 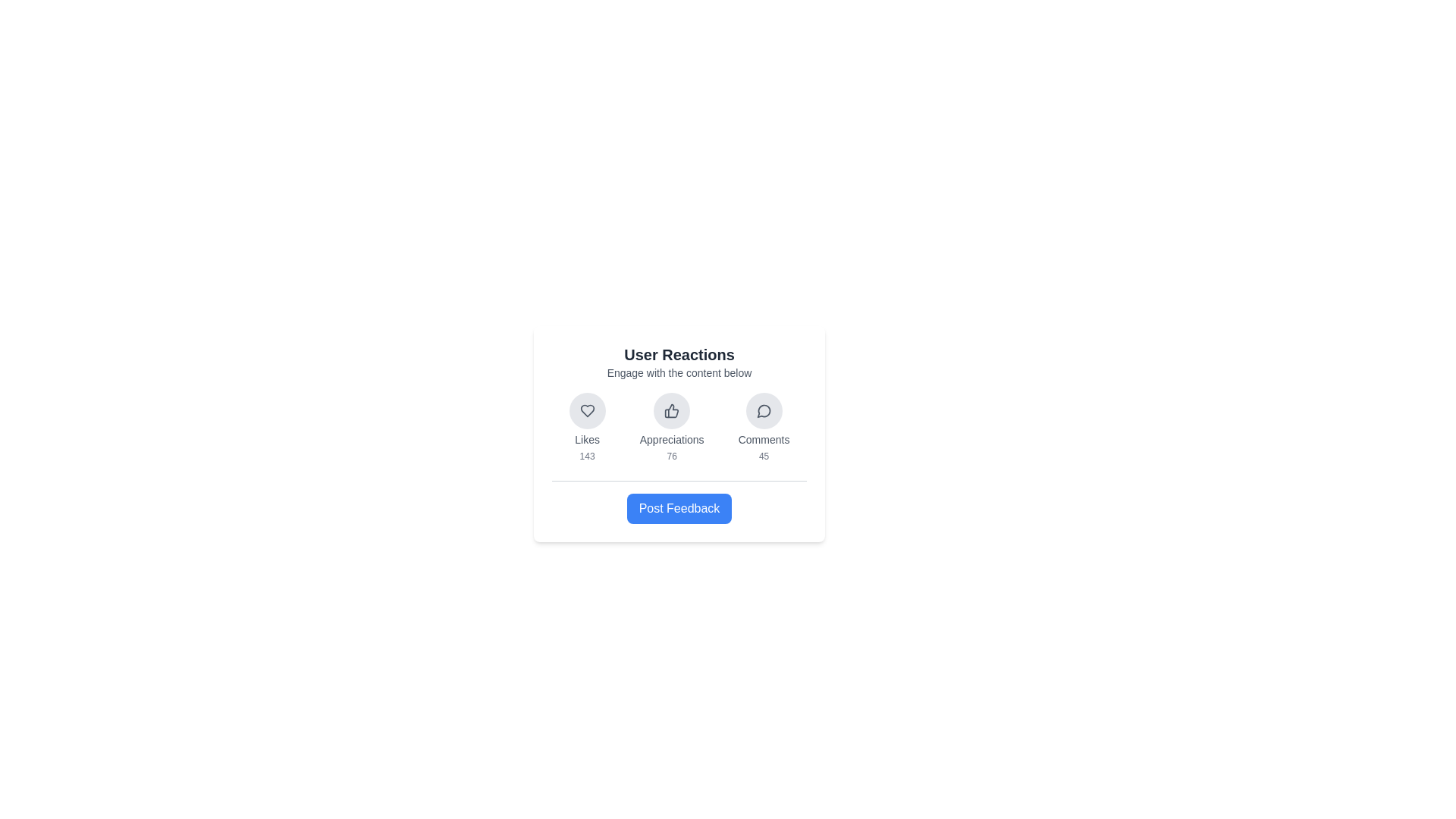 I want to click on the thumbs-up icon representing the 'Appreciations' option in the reaction section of the interface, so click(x=671, y=411).